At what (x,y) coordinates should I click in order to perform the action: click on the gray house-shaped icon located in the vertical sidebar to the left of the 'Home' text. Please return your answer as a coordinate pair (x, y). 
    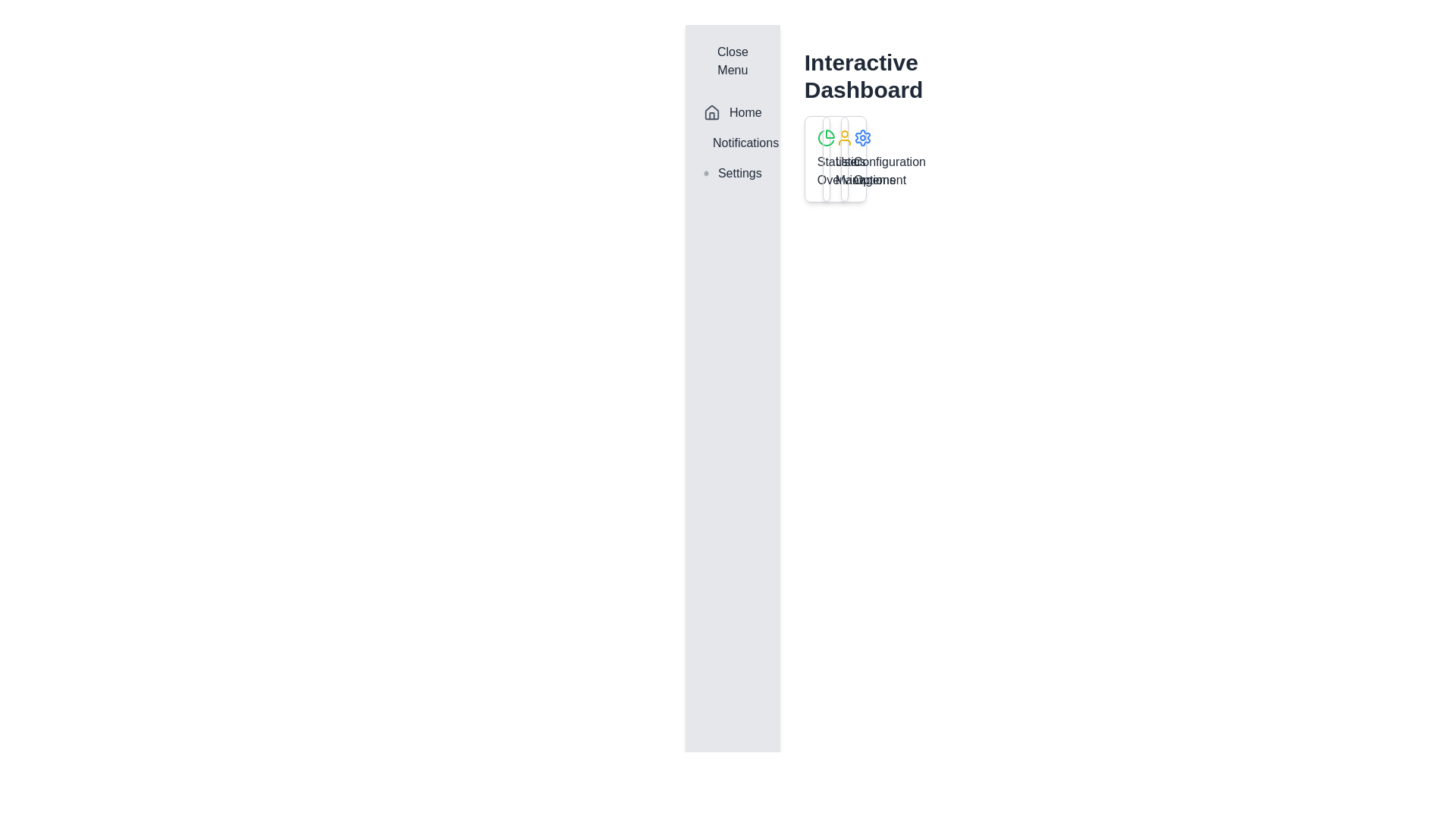
    Looking at the image, I should click on (711, 112).